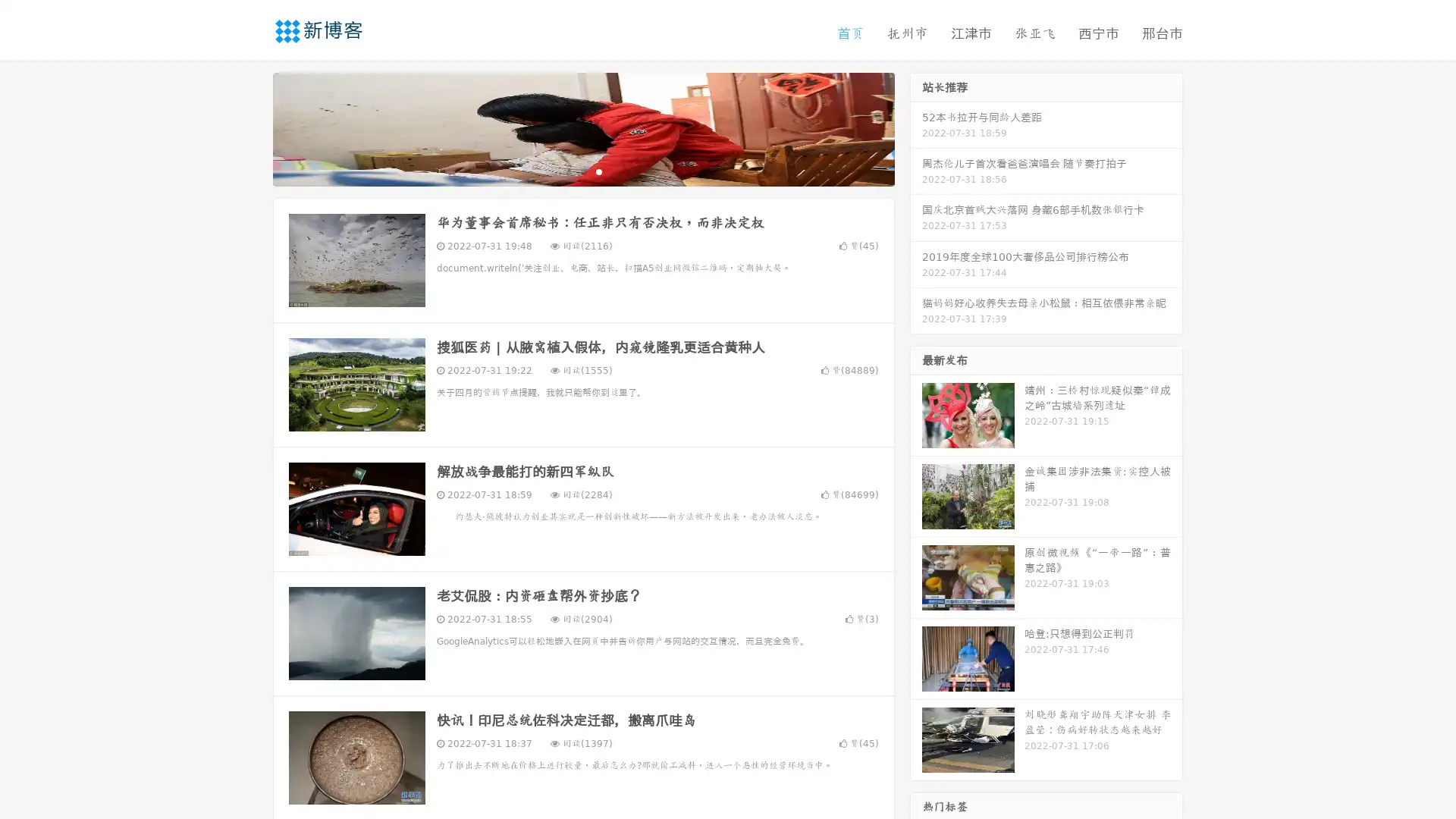 This screenshot has width=1456, height=819. What do you see at coordinates (916, 127) in the screenshot?
I see `Next slide` at bounding box center [916, 127].